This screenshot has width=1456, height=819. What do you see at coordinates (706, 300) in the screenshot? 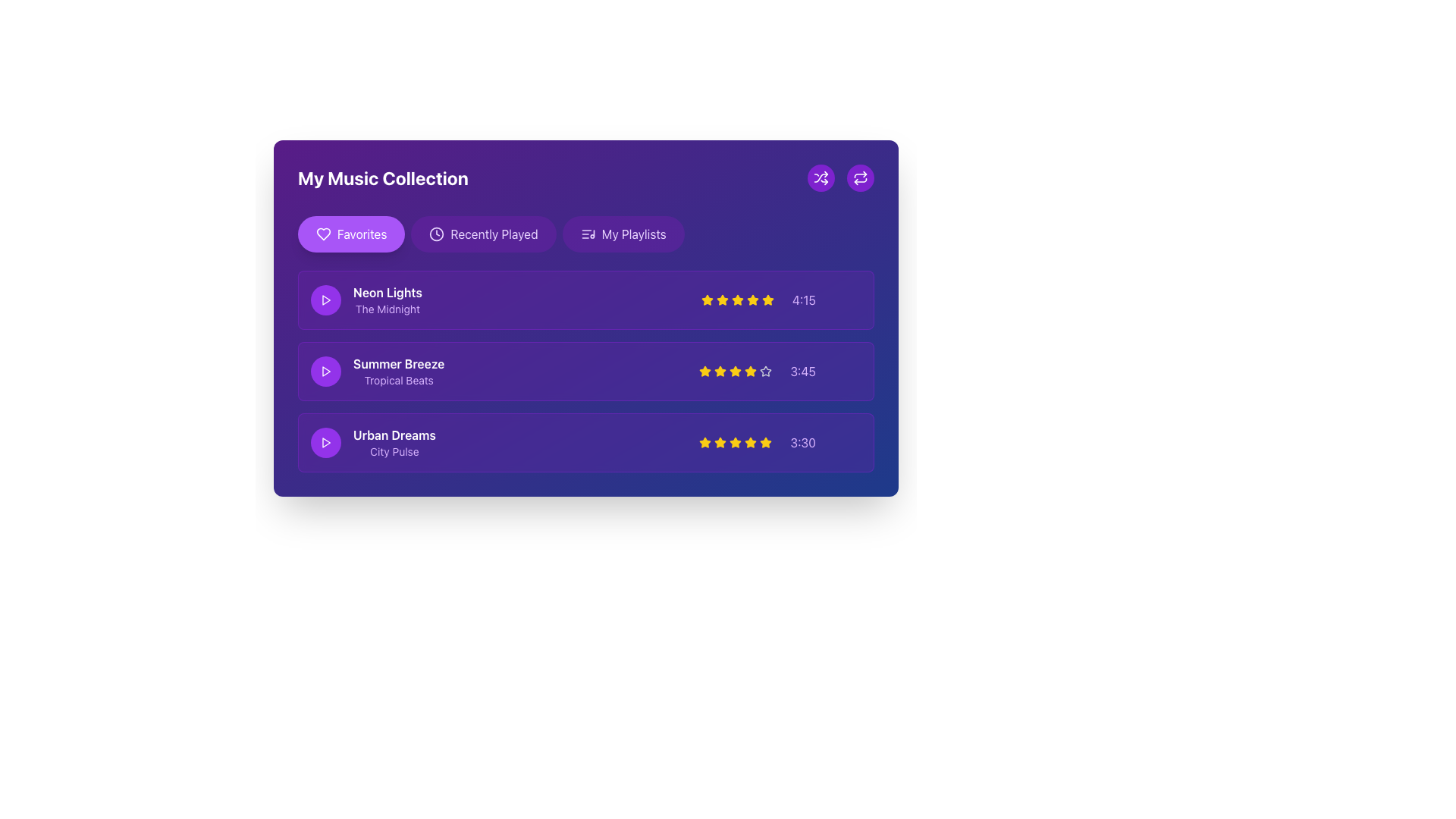
I see `the first star icon in the rating component of the 'Neon Lights' playlist entry` at bounding box center [706, 300].